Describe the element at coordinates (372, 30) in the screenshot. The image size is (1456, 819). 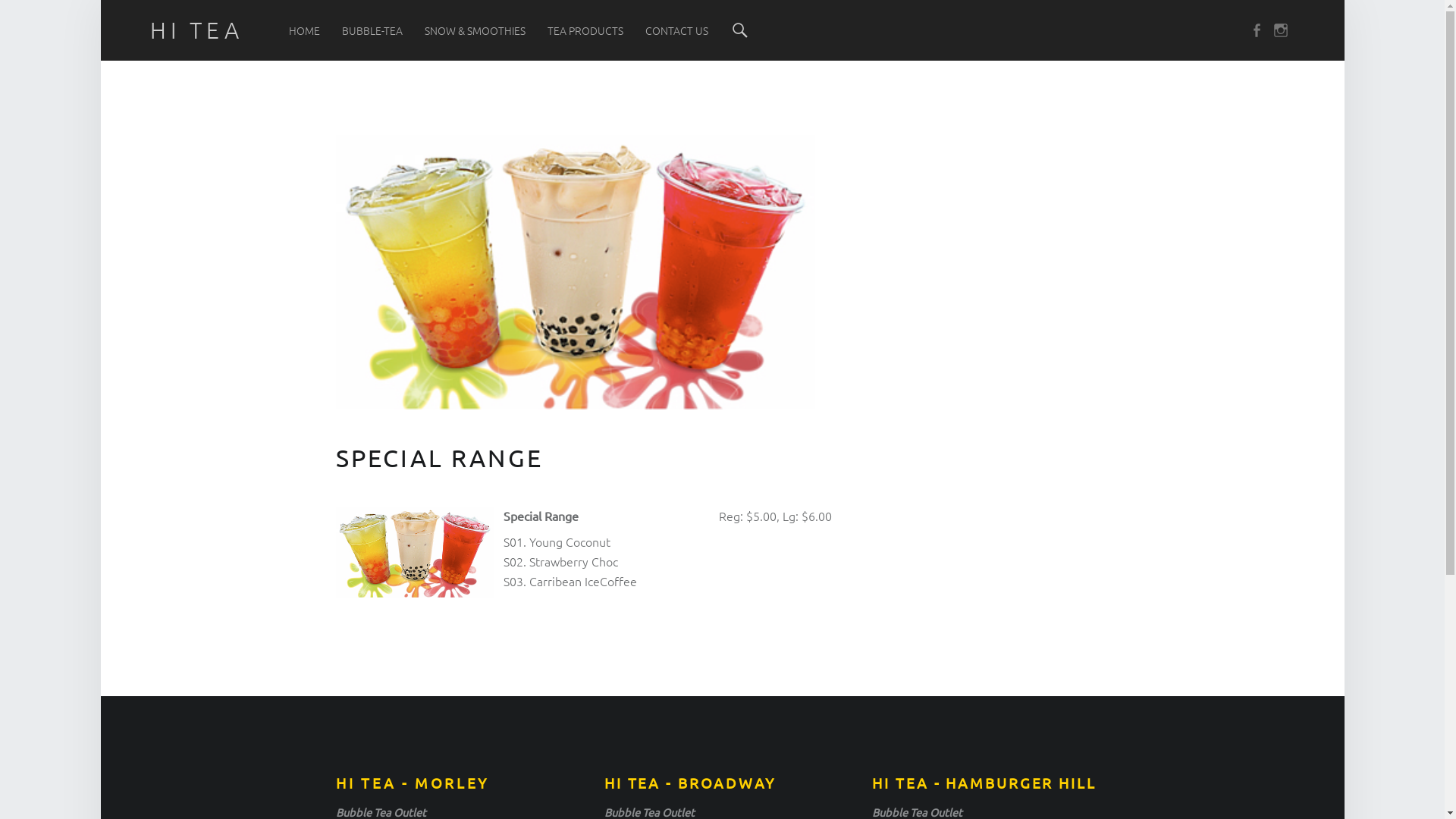
I see `'BUBBLE-TEA'` at that location.